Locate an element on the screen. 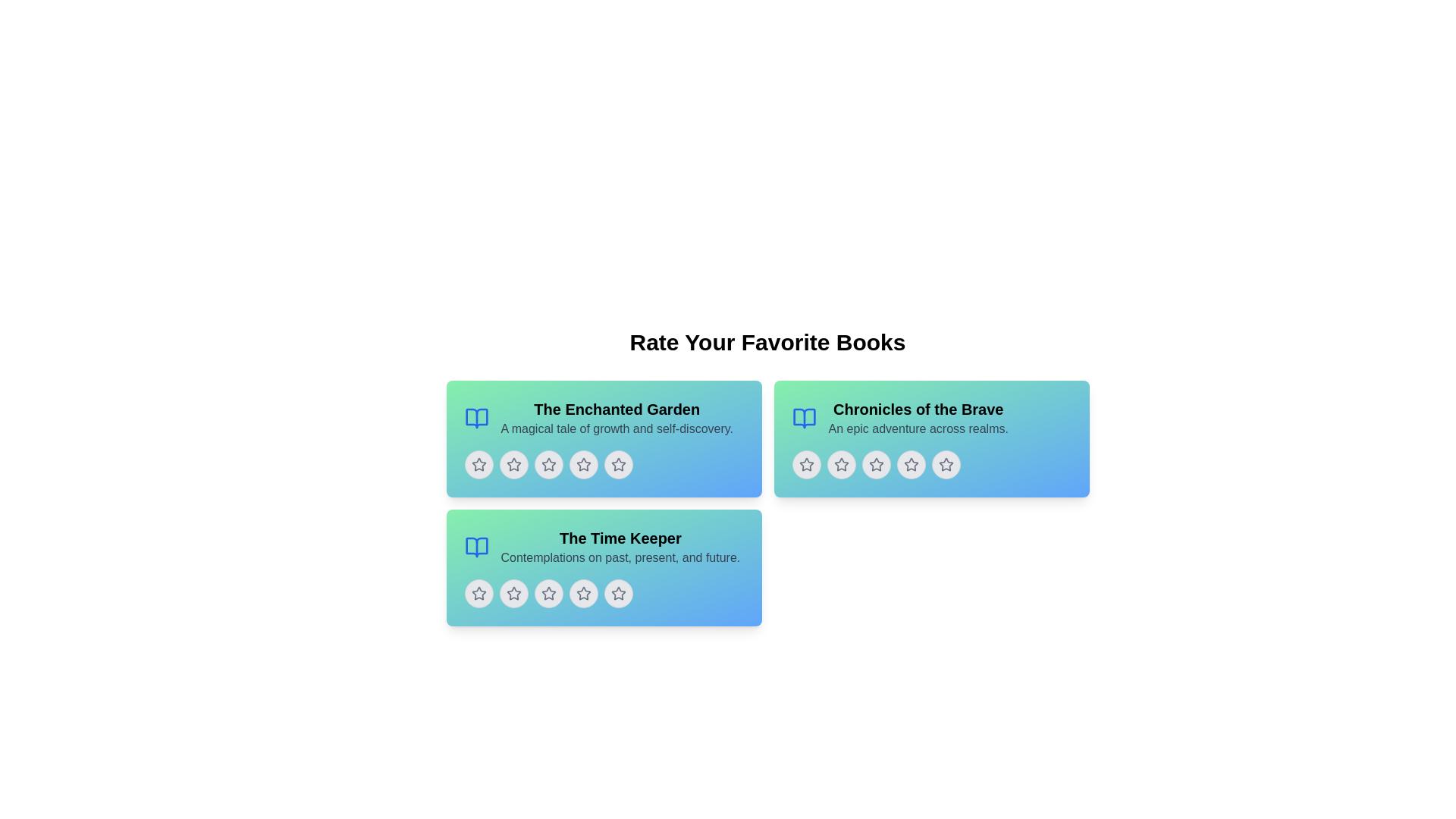 This screenshot has height=819, width=1456. the fourth star-shaped rating button in the 'Rate Your Favorite Books' section is located at coordinates (582, 464).